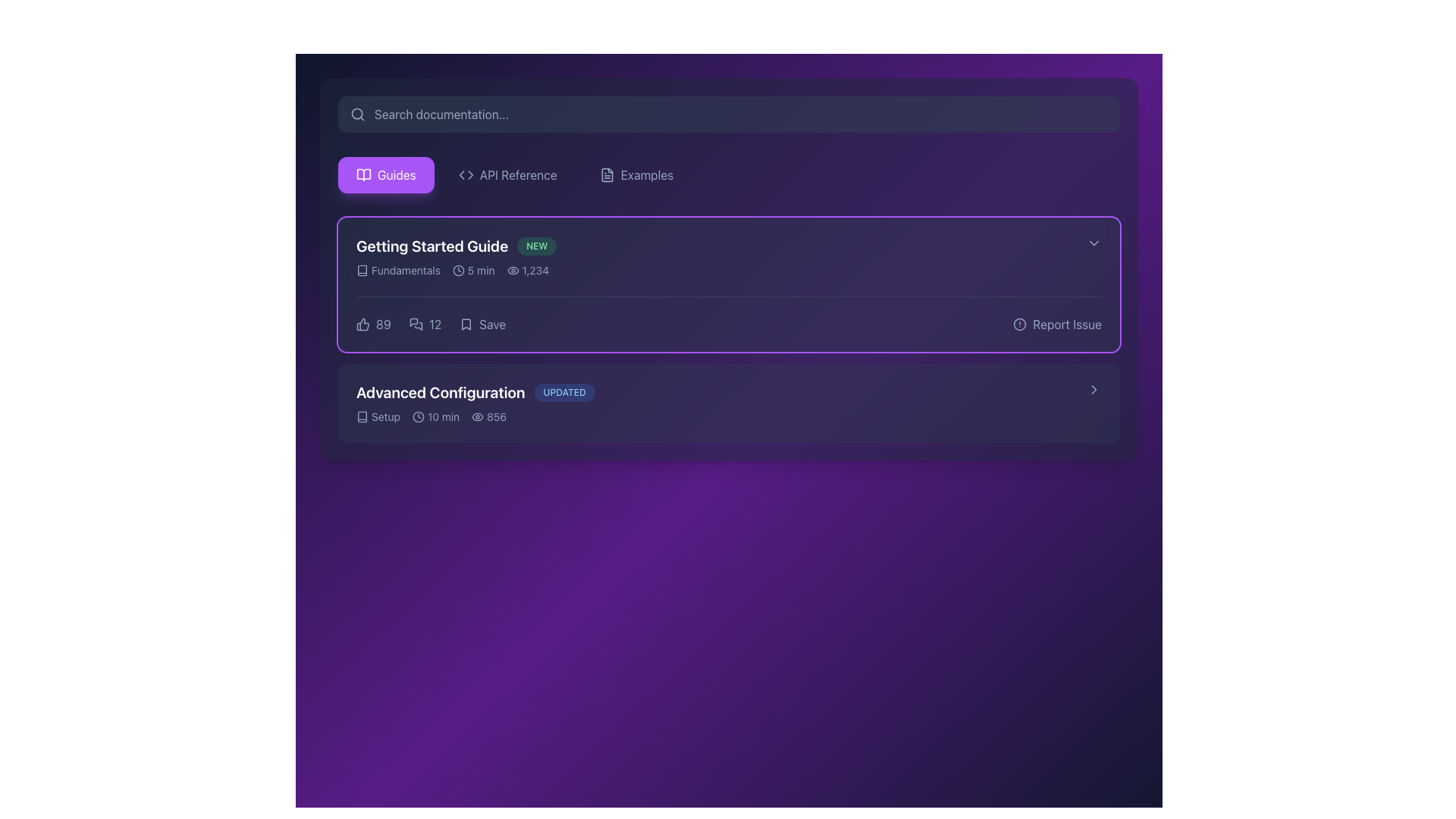 The image size is (1456, 819). I want to click on the navigation icon located at the far right of the 'Advanced Configuration' list item, so click(1094, 388).